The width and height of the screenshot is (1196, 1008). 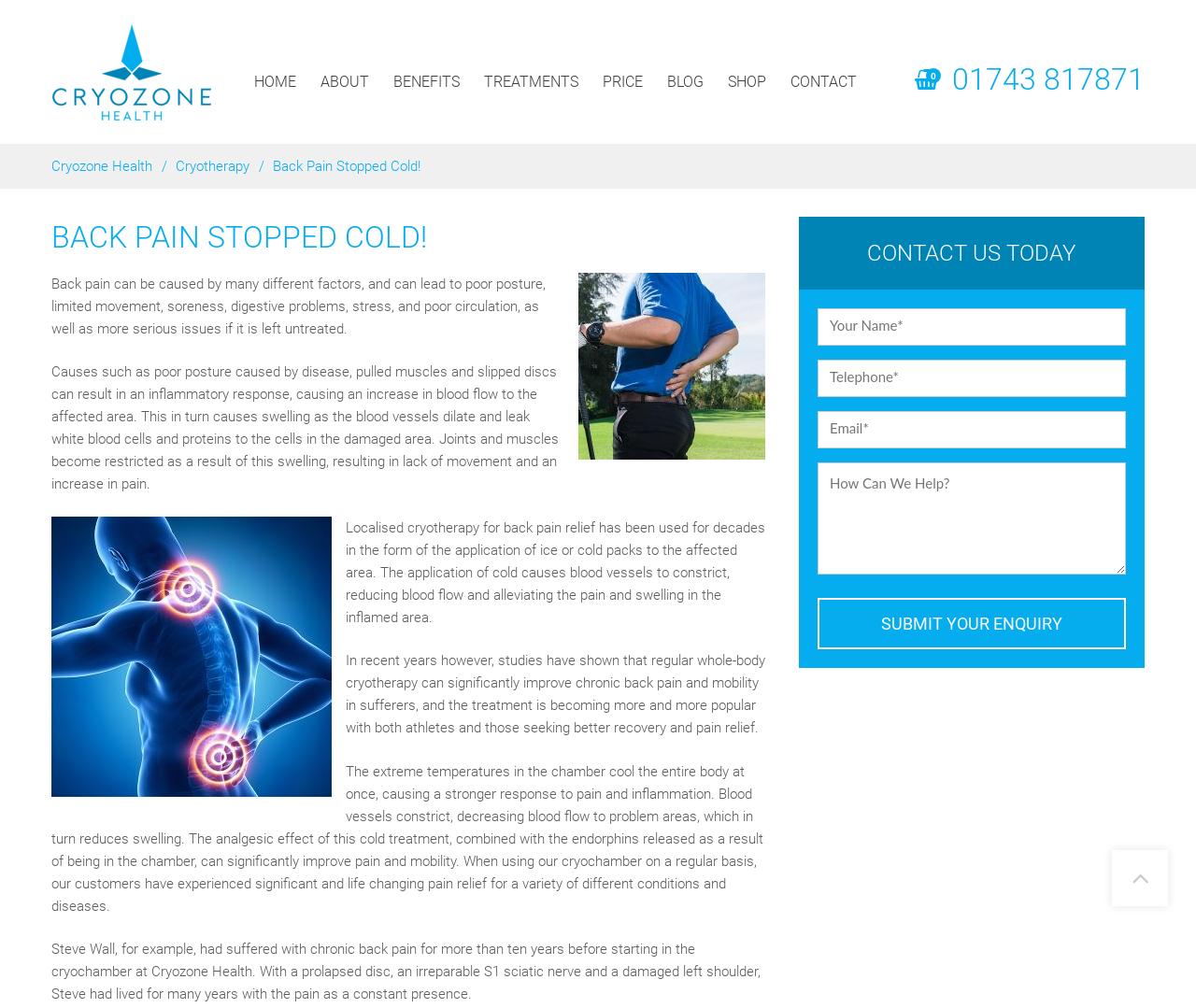 I want to click on 'Conditions', so click(x=363, y=163).